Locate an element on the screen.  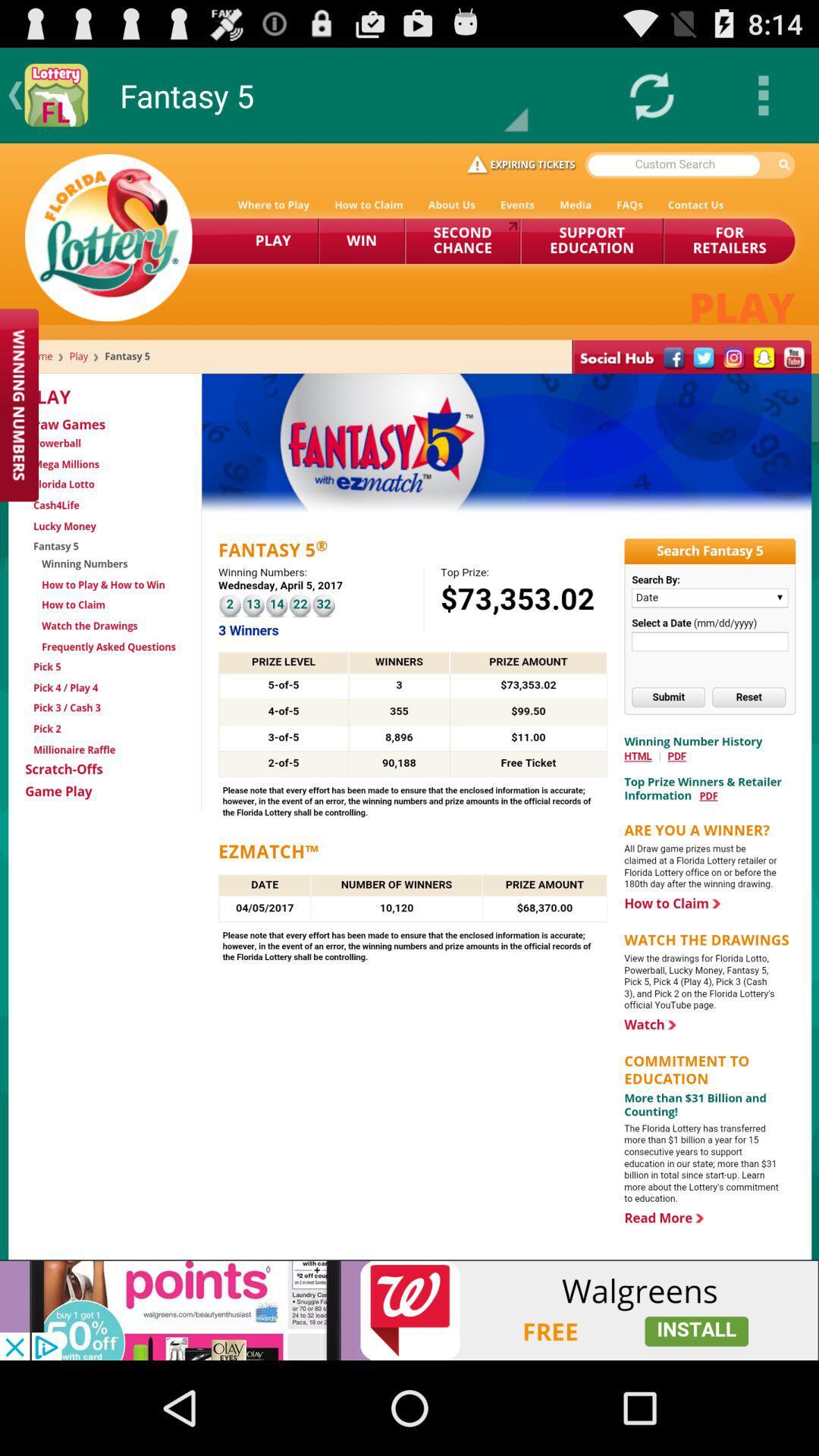
advertisement is located at coordinates (409, 1310).